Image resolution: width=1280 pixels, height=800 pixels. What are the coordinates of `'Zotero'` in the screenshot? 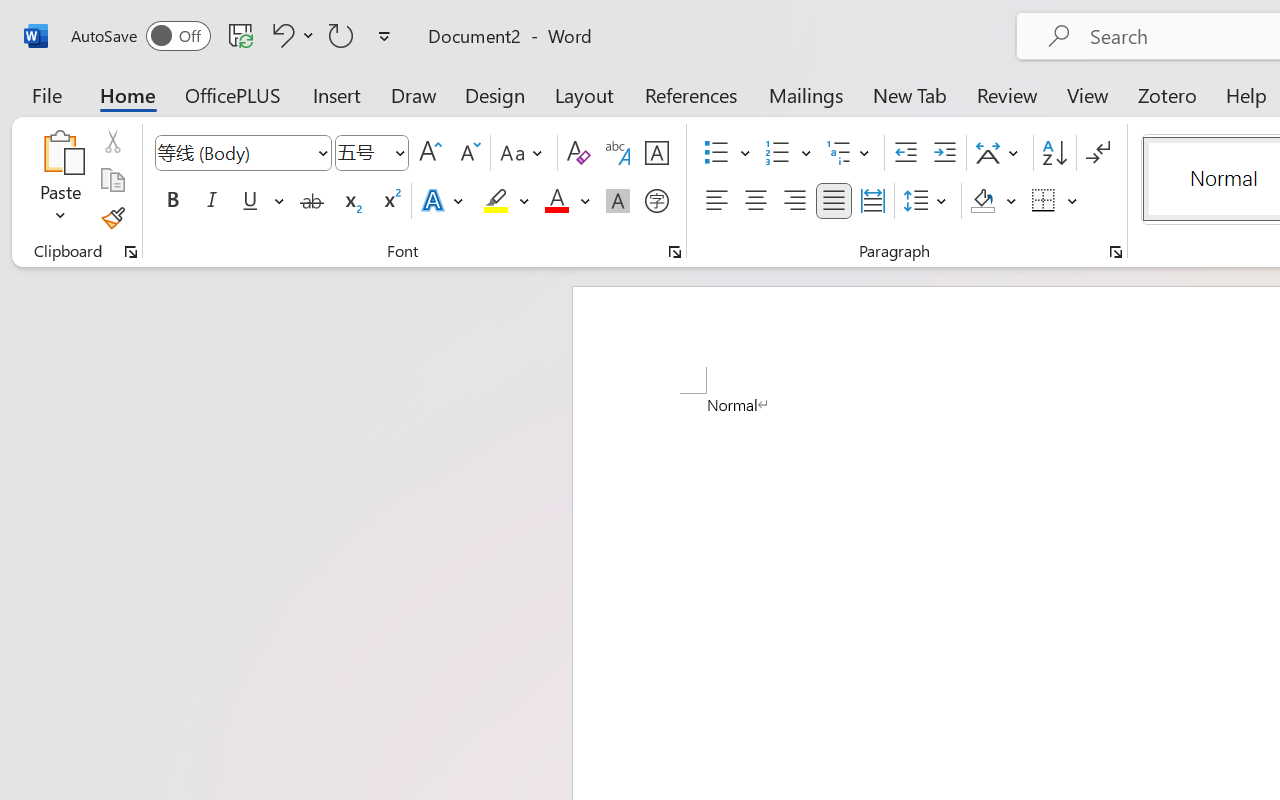 It's located at (1167, 94).